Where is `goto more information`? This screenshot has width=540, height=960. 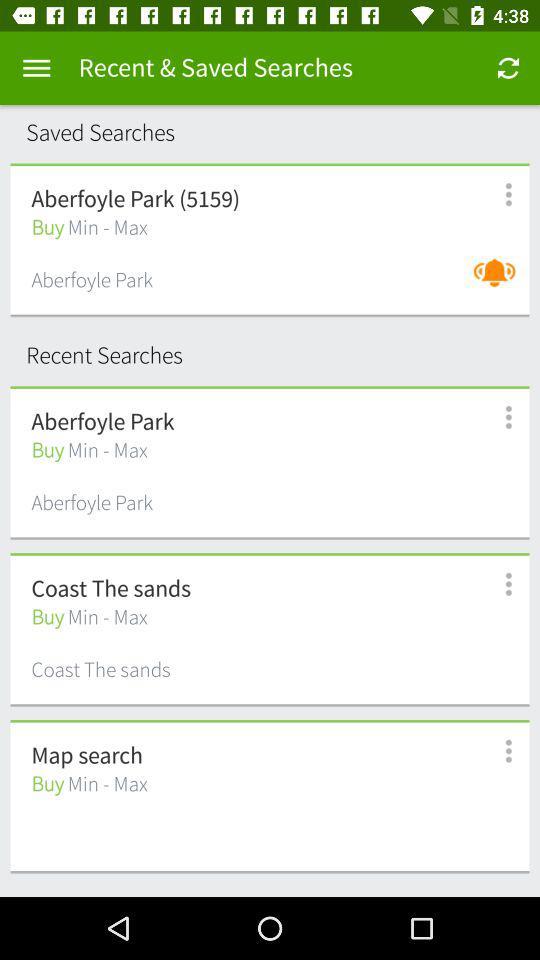 goto more information is located at coordinates (496, 416).